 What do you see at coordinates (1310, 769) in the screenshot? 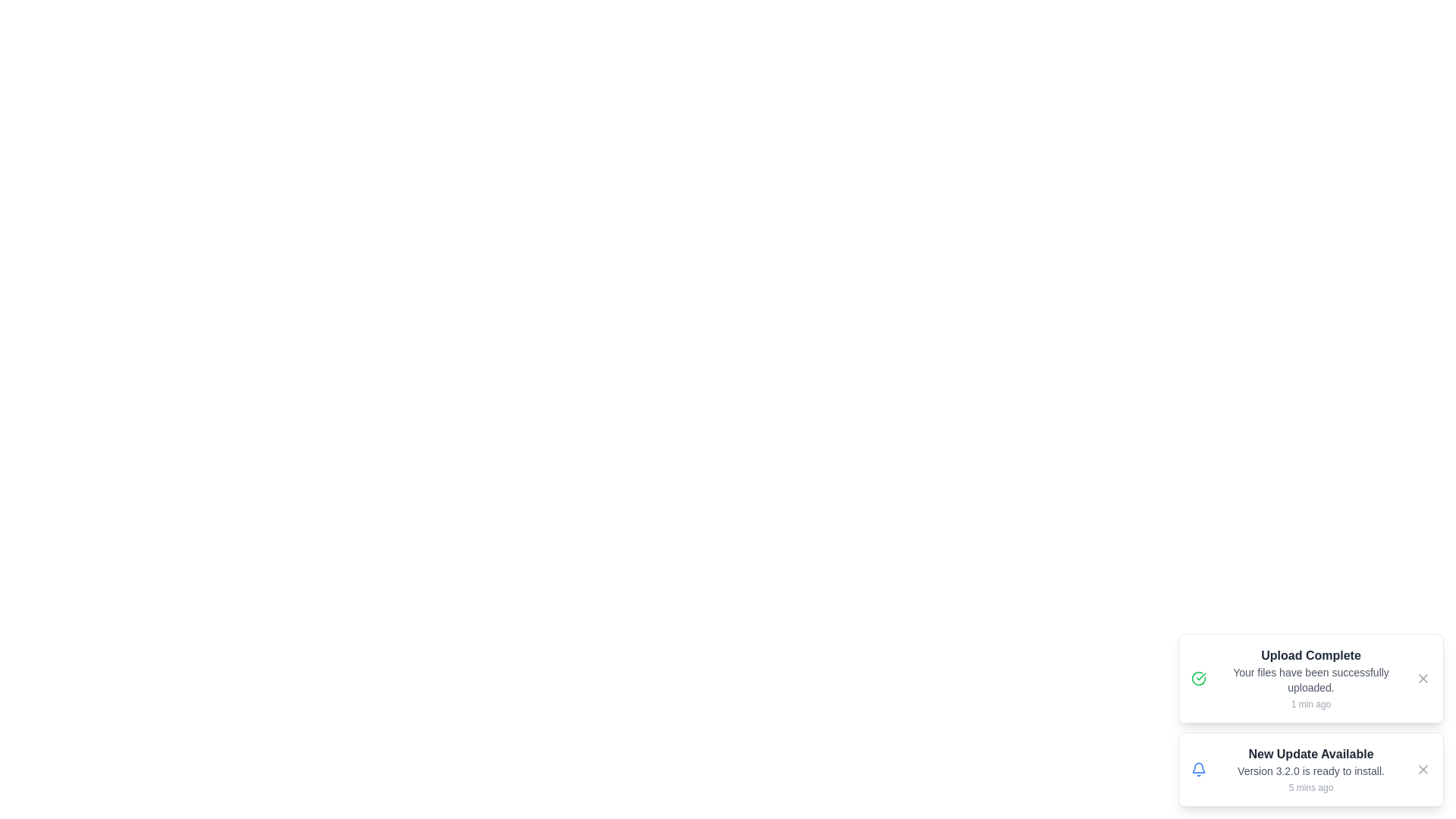
I see `the text block displaying the update information, which includes the lines 'New Update Available', 'Version 3.2.0 is ready to install.', and '5 mins ago'` at bounding box center [1310, 769].